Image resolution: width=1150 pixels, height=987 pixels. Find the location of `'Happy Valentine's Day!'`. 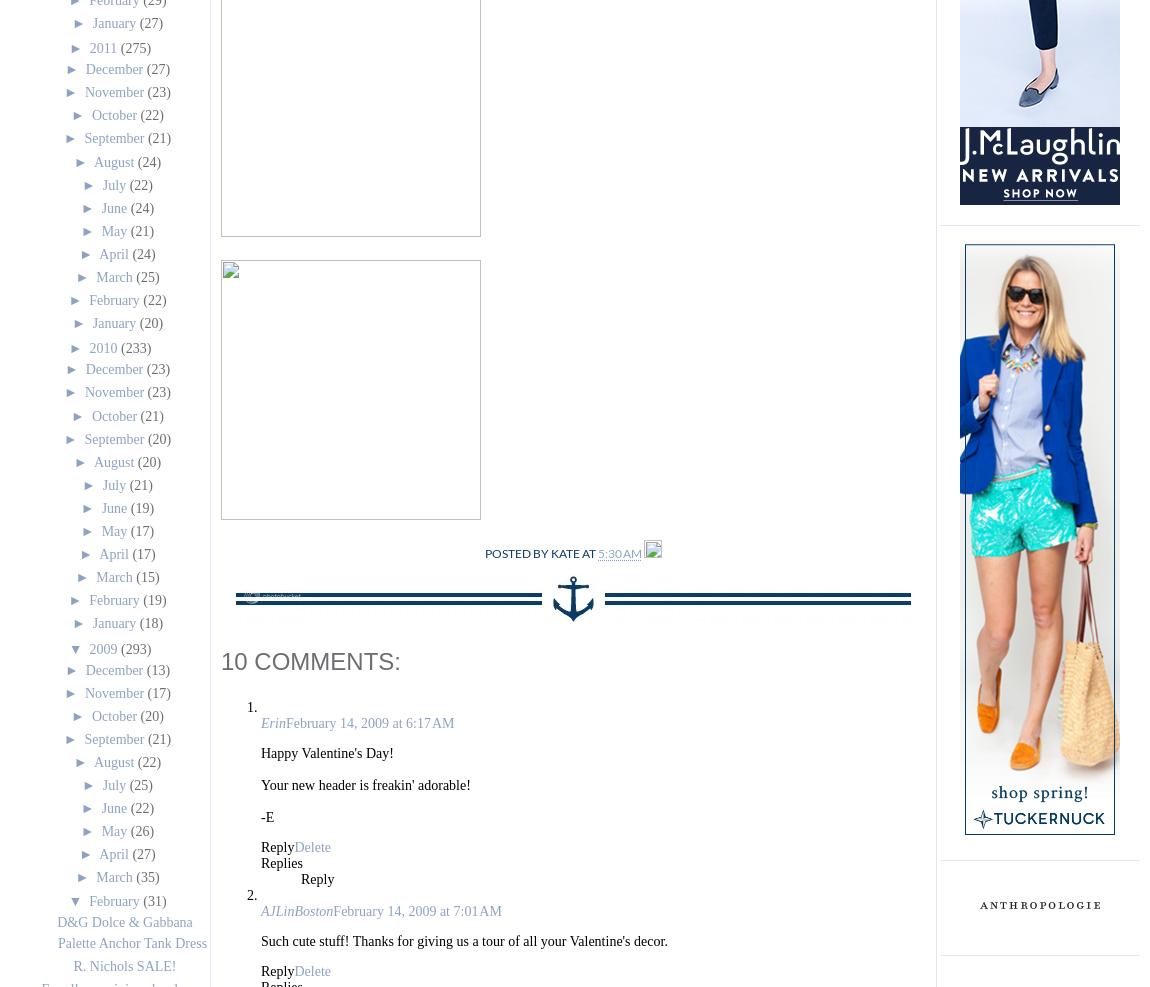

'Happy Valentine's Day!' is located at coordinates (326, 752).